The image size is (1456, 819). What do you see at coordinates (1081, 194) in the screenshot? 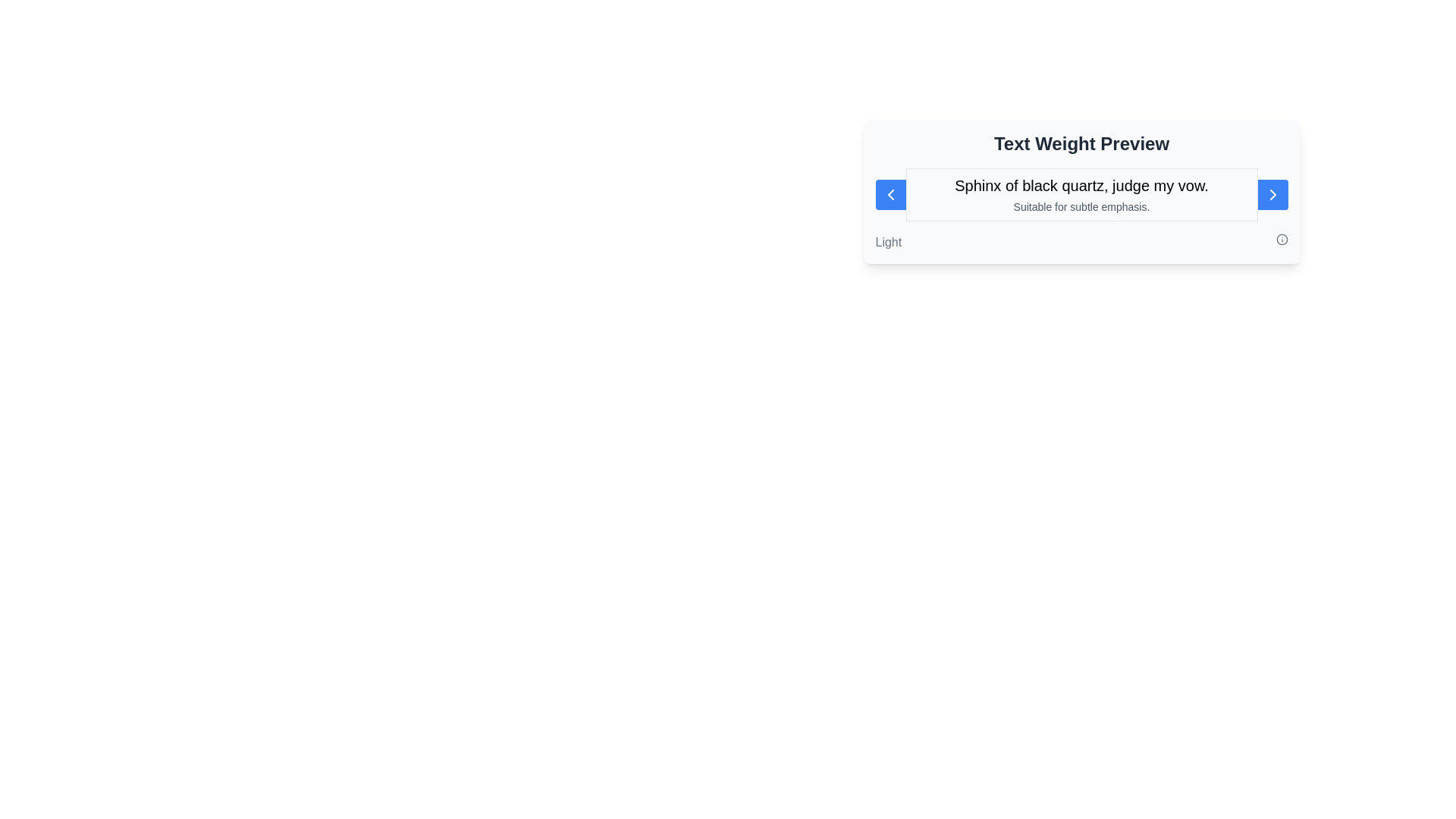
I see `the Informational text block, which is centrally located under the 'Text Weight Preview' header and surrounded by blue arrow buttons for navigation` at bounding box center [1081, 194].